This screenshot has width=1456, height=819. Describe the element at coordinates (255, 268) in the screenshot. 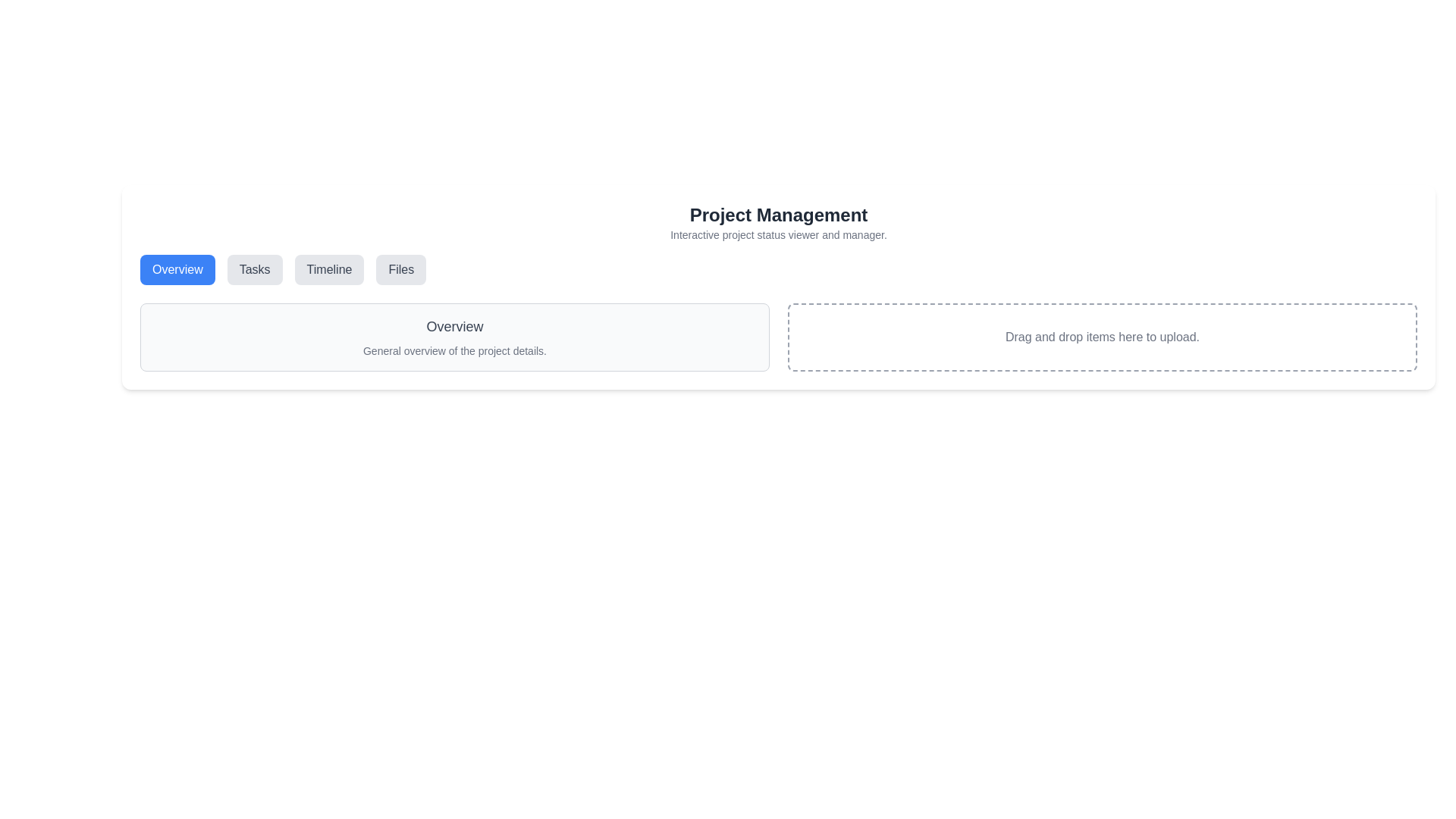

I see `the second button from the left labeled 'Tasks'` at that location.